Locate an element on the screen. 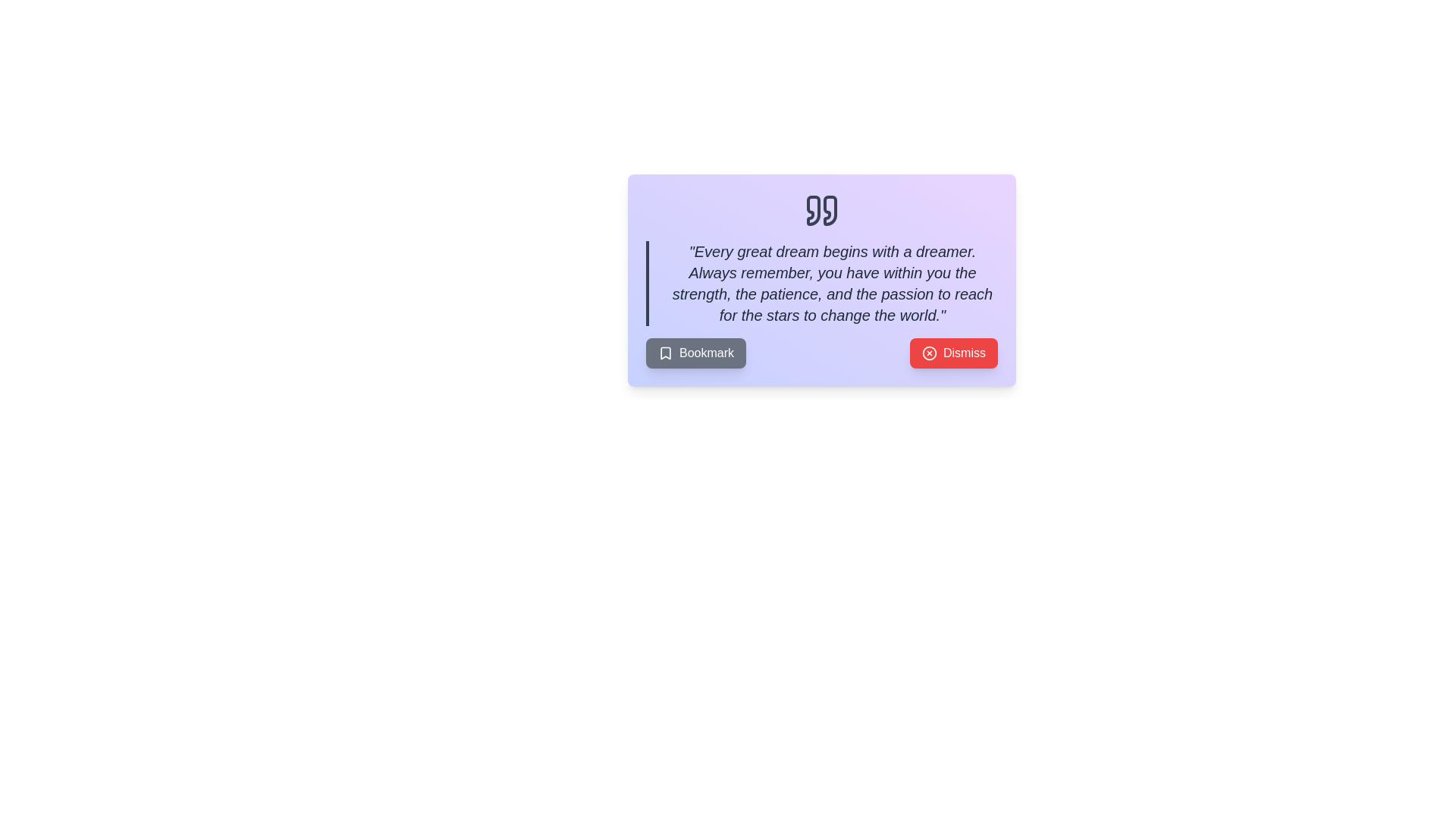 This screenshot has width=1456, height=819. the second curved graphical quotation mark icon, which is centrally positioned in the header of a card-like component, providing visual context for the quoted text below is located at coordinates (829, 210).